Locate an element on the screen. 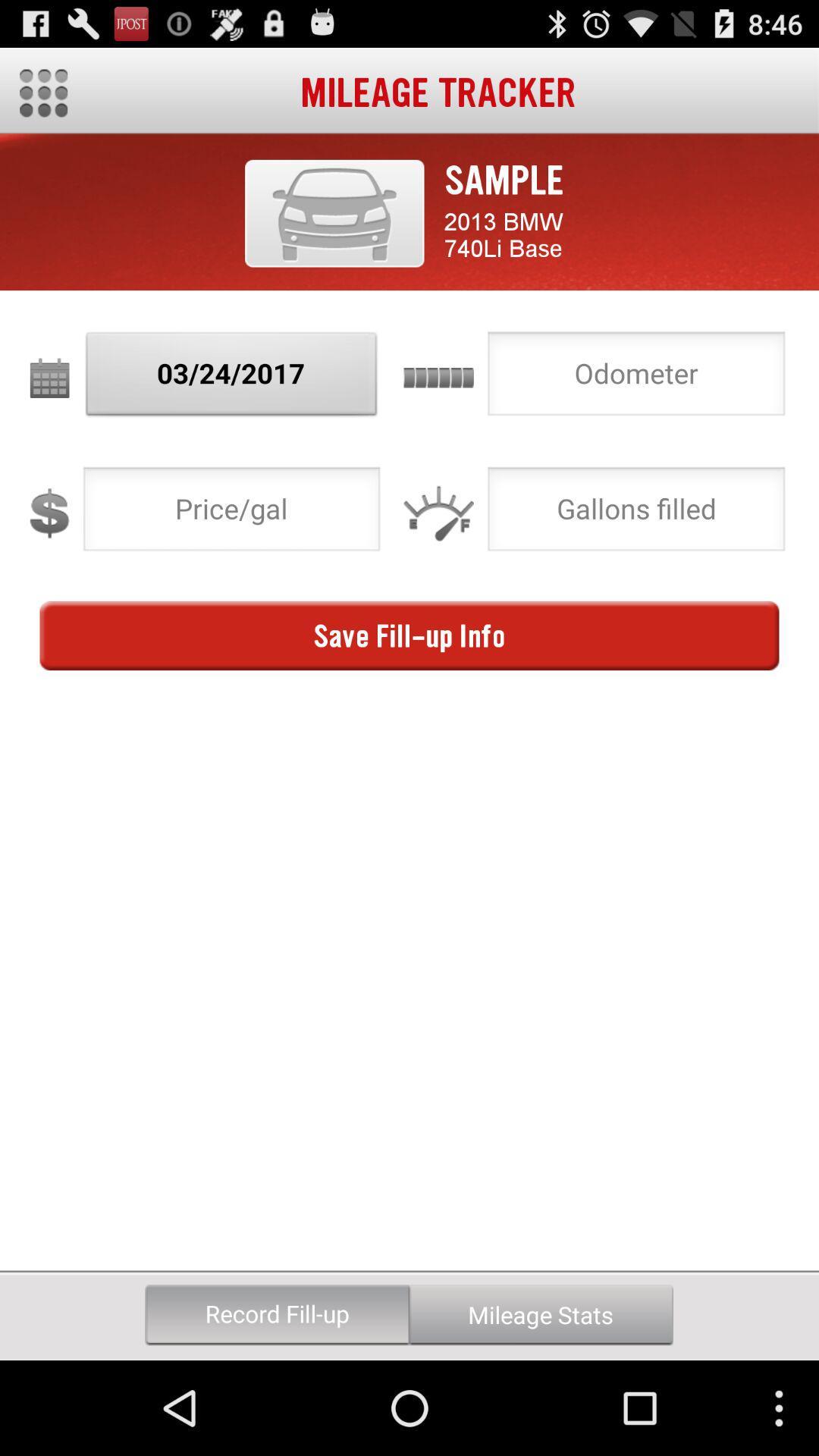  the settings icon is located at coordinates (42, 99).